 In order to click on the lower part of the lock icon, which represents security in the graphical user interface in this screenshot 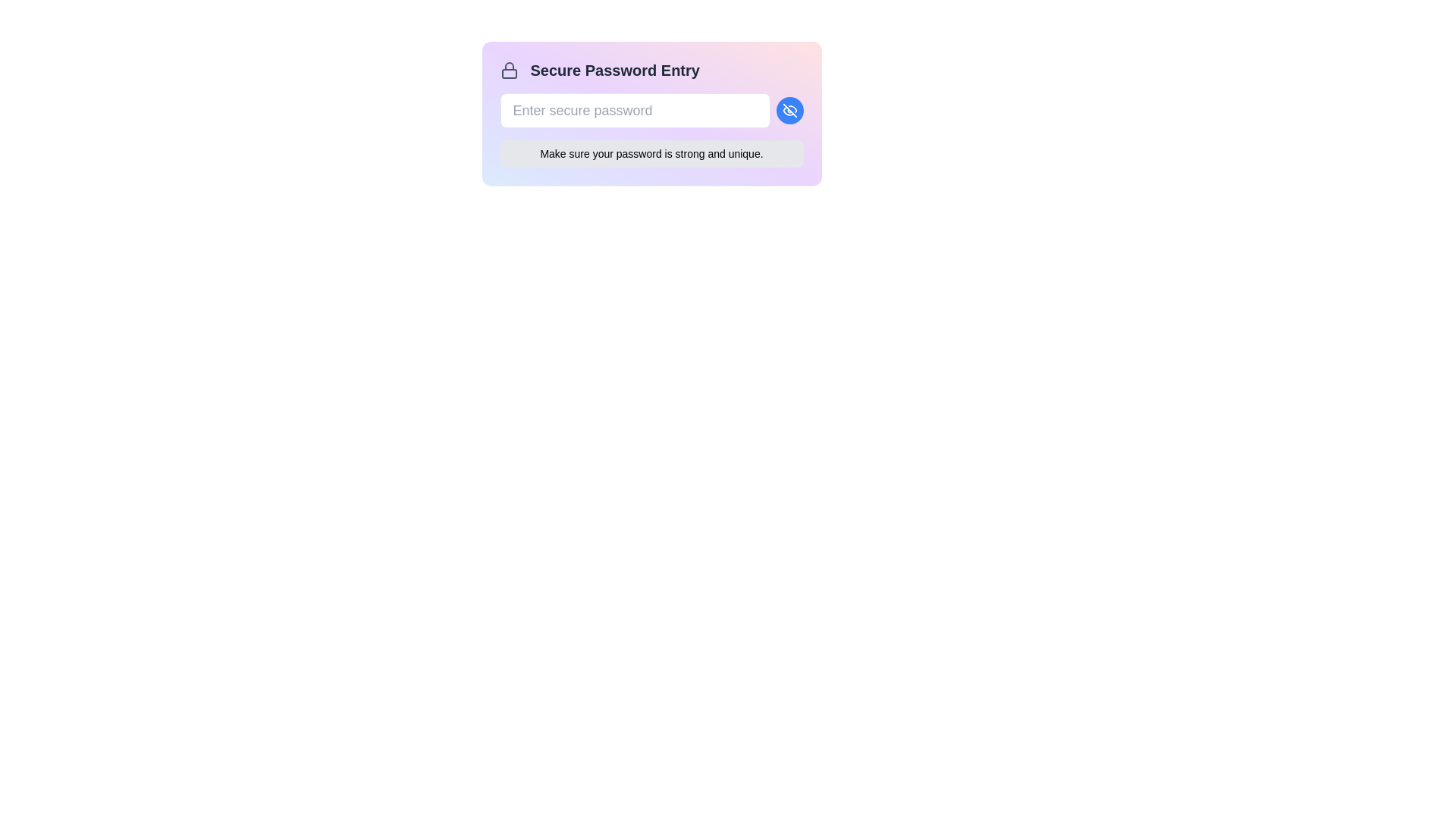, I will do `click(509, 74)`.